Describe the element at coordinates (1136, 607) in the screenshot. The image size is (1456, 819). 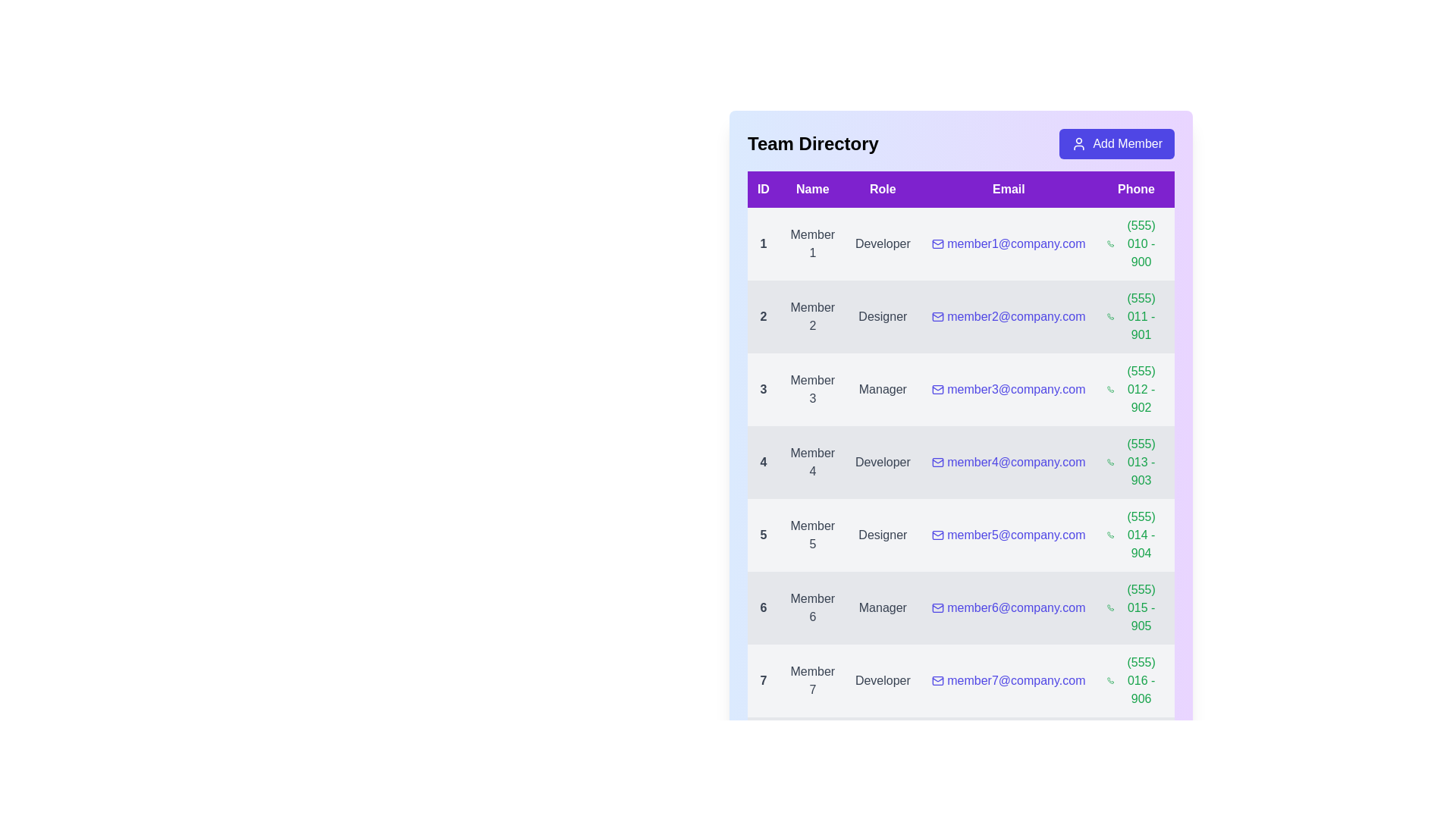
I see `the phone number (555) 015 - 905 to initiate a call` at that location.